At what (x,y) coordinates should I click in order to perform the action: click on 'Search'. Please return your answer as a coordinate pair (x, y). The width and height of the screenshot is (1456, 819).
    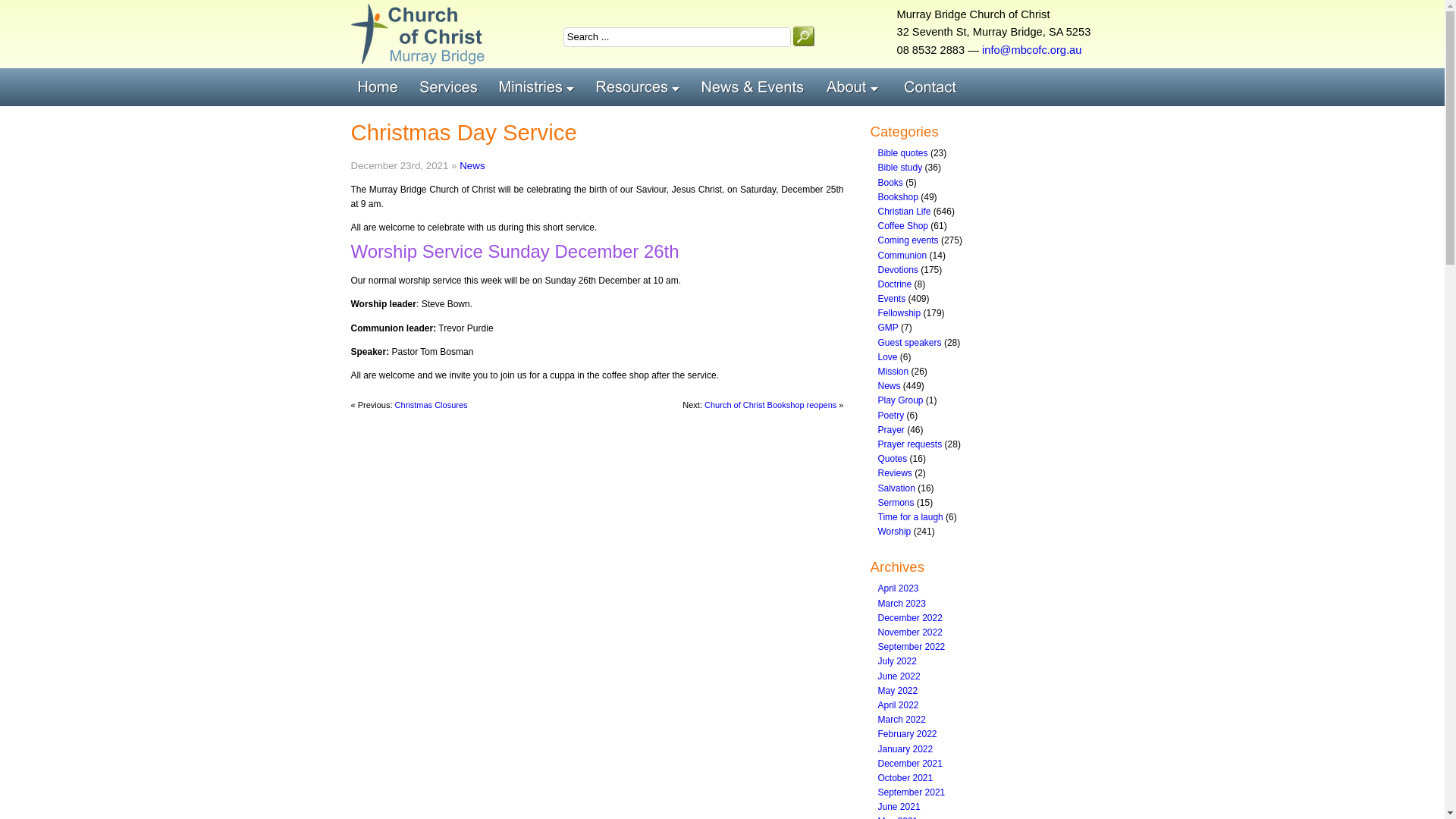
    Looking at the image, I should click on (792, 35).